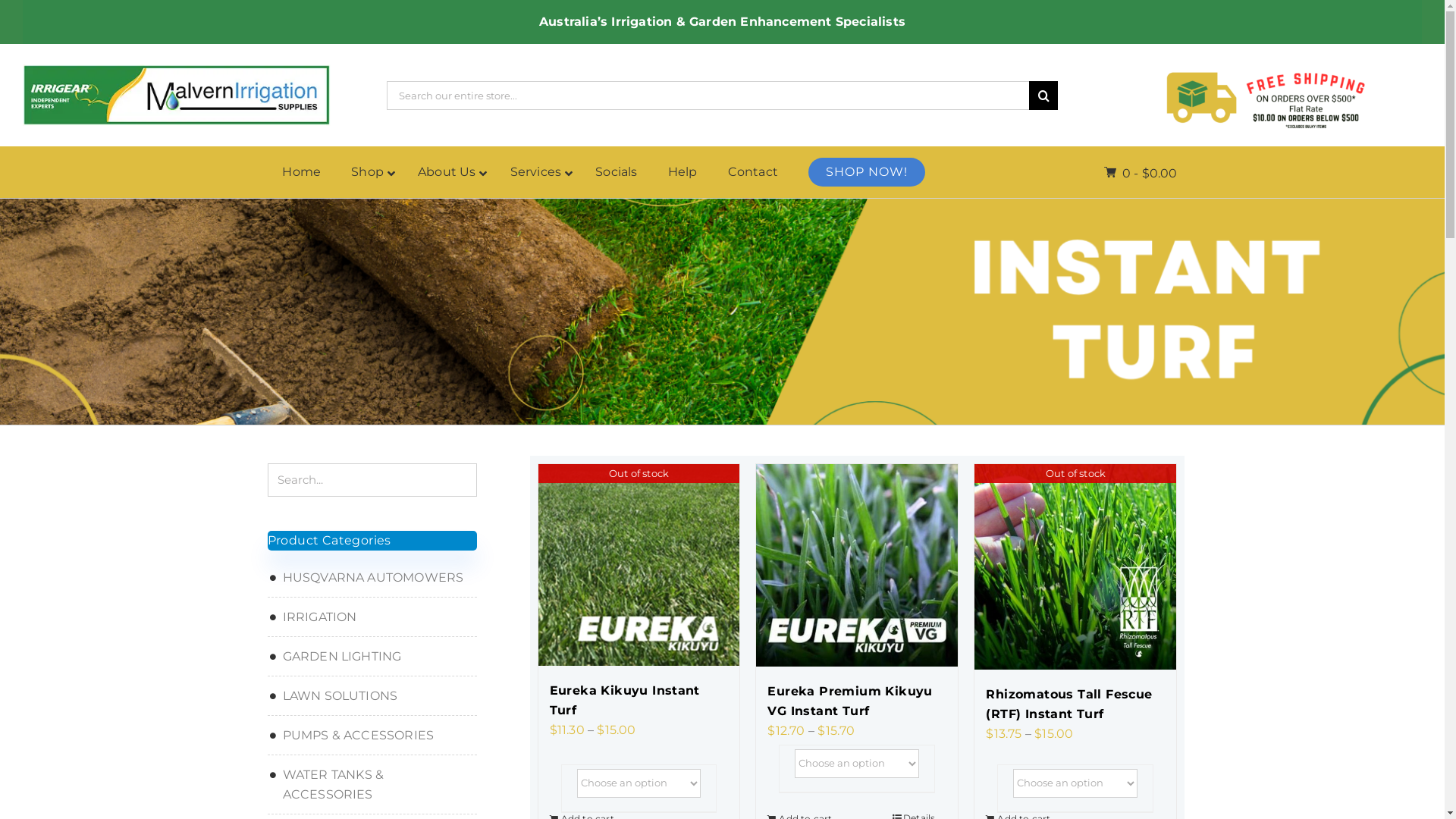 The height and width of the screenshot is (819, 1456). Describe the element at coordinates (371, 578) in the screenshot. I see `'HUSQVARNA AUTOMOWERS'` at that location.